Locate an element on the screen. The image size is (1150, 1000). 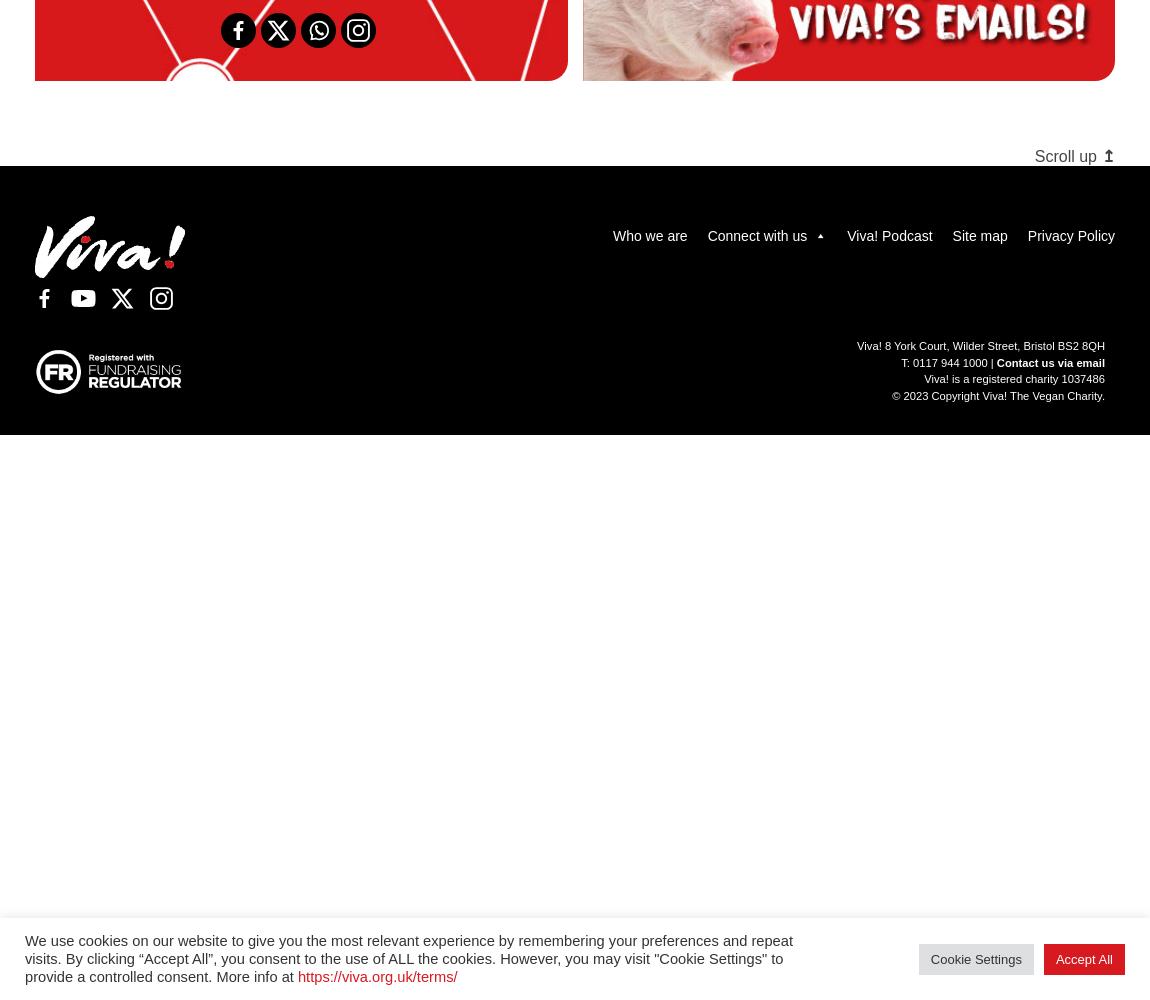
'Contact us via email' is located at coordinates (1050, 361).